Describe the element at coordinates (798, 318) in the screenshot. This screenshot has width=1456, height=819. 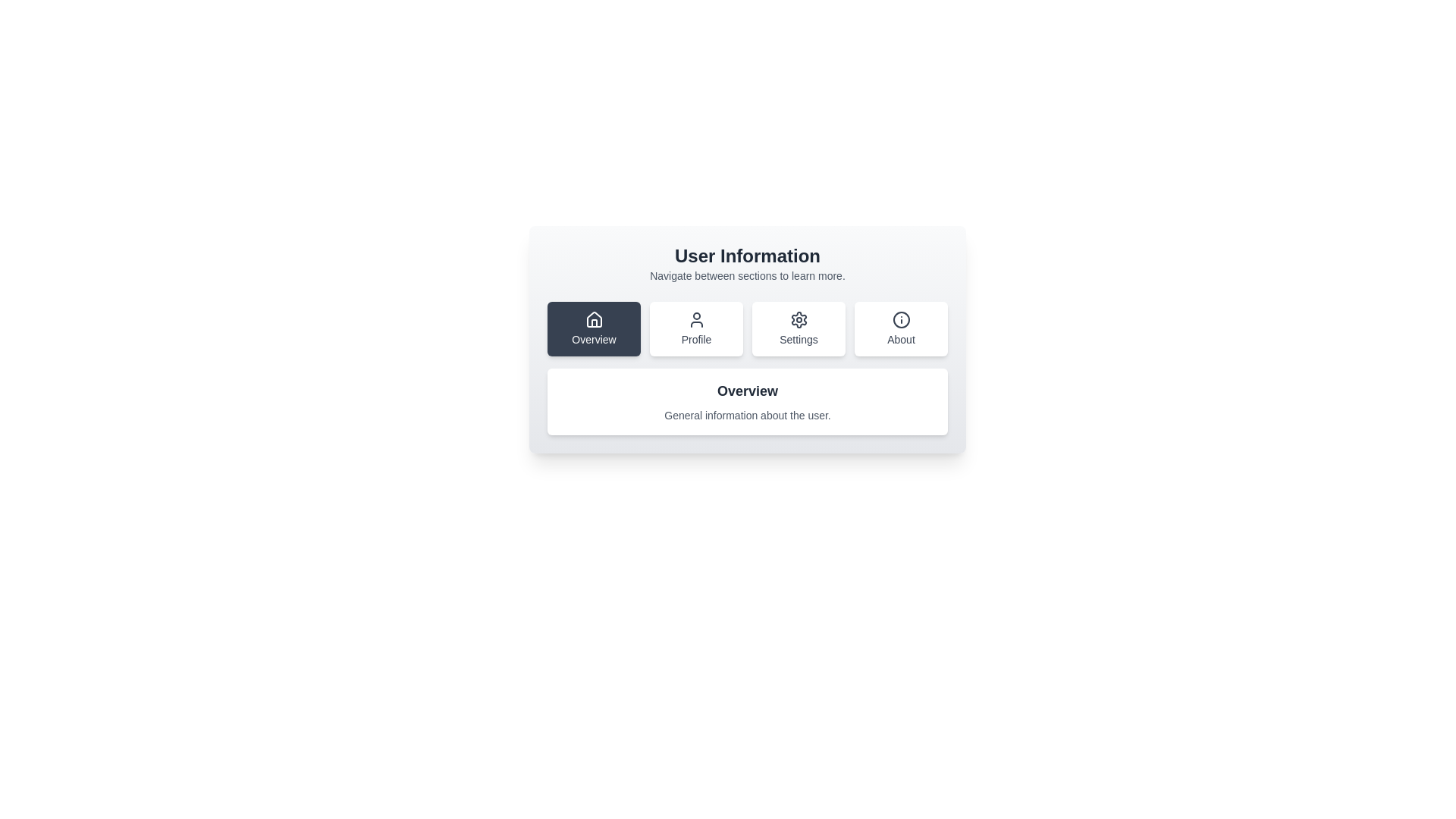
I see `the 'Settings' button, which is the third button in a horizontal row of buttons labeled 'Overview', 'Profile', and 'About'` at that location.